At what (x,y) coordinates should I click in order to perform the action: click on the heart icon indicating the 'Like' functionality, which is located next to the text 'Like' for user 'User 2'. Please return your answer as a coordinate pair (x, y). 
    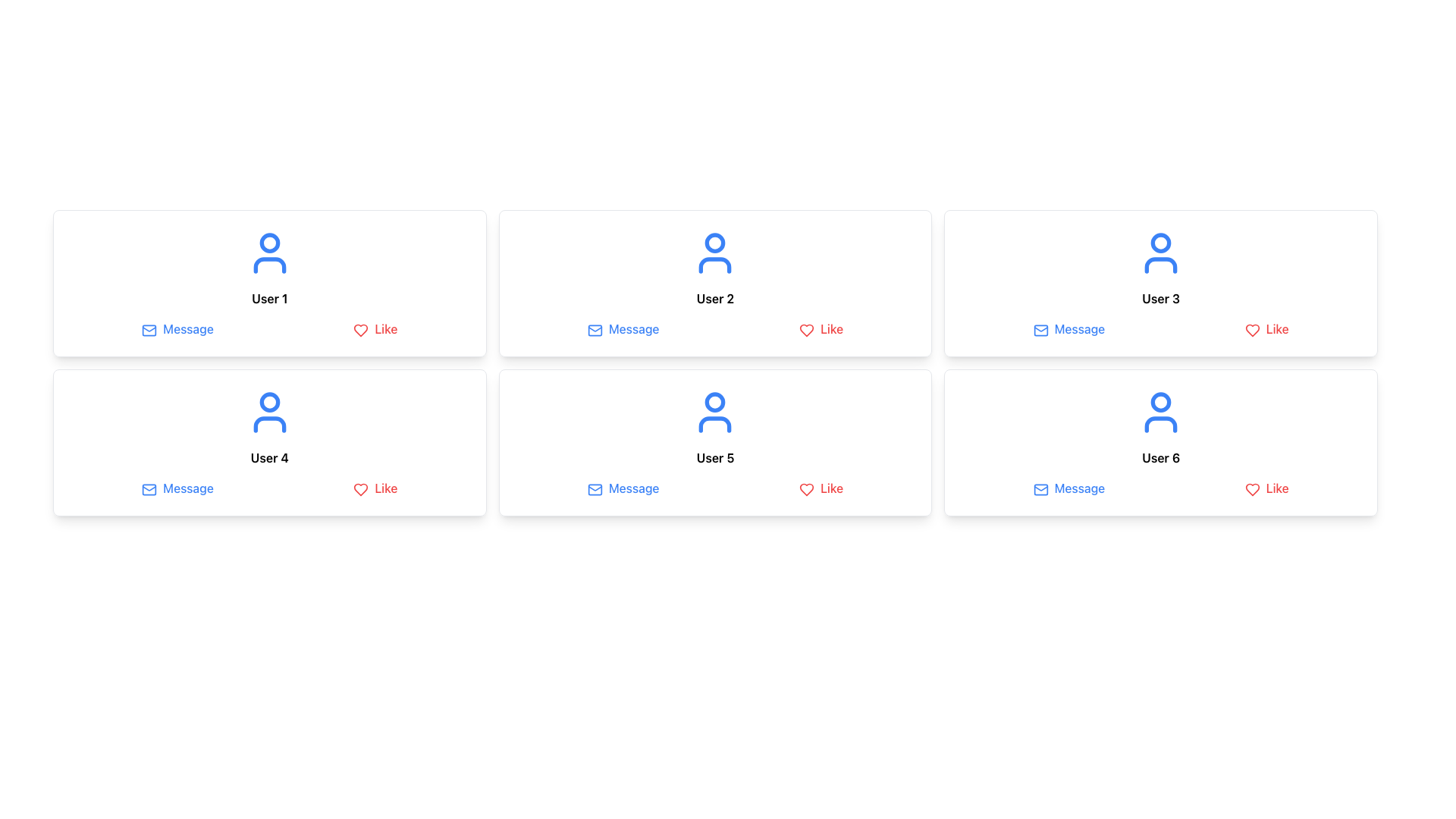
    Looking at the image, I should click on (806, 329).